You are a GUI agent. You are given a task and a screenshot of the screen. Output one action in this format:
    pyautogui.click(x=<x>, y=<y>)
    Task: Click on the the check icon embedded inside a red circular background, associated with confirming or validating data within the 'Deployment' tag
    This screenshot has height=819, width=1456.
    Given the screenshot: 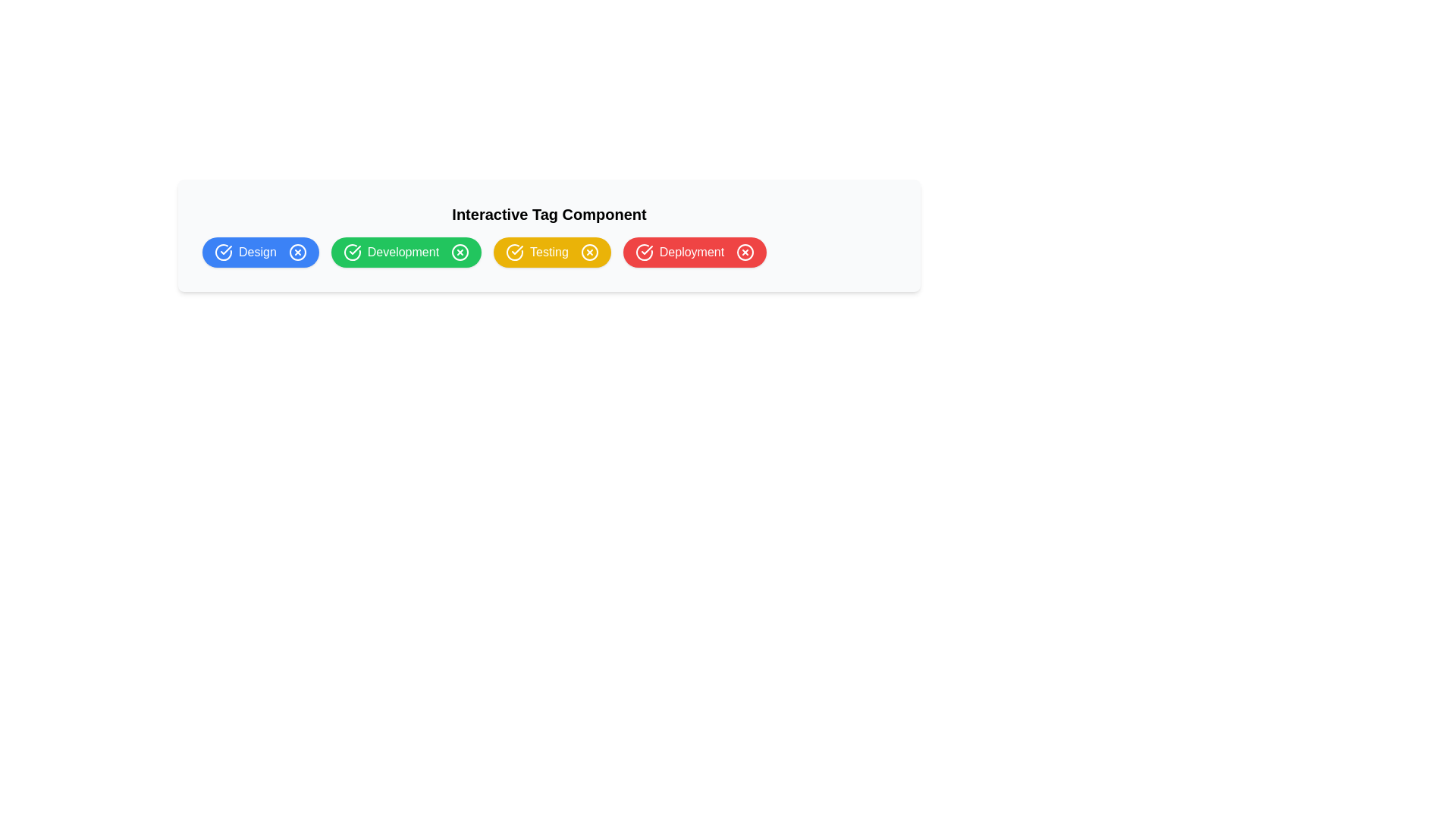 What is the action you would take?
    pyautogui.click(x=647, y=249)
    